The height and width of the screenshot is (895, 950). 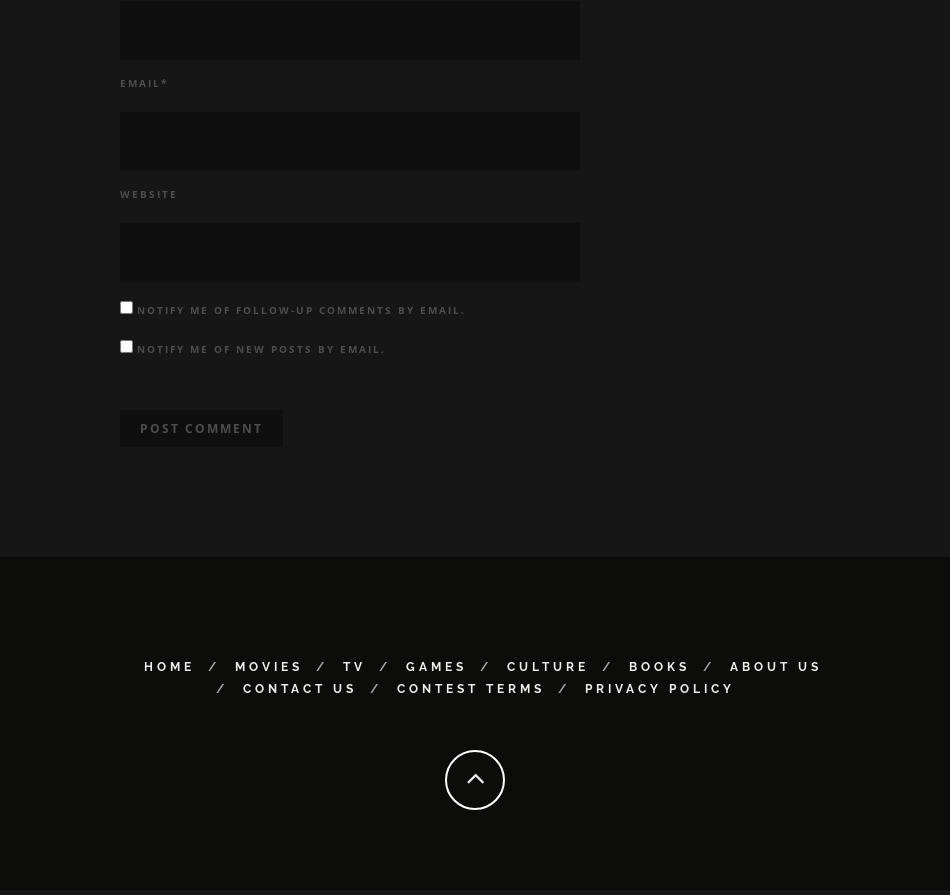 I want to click on 'Movies', so click(x=266, y=672).